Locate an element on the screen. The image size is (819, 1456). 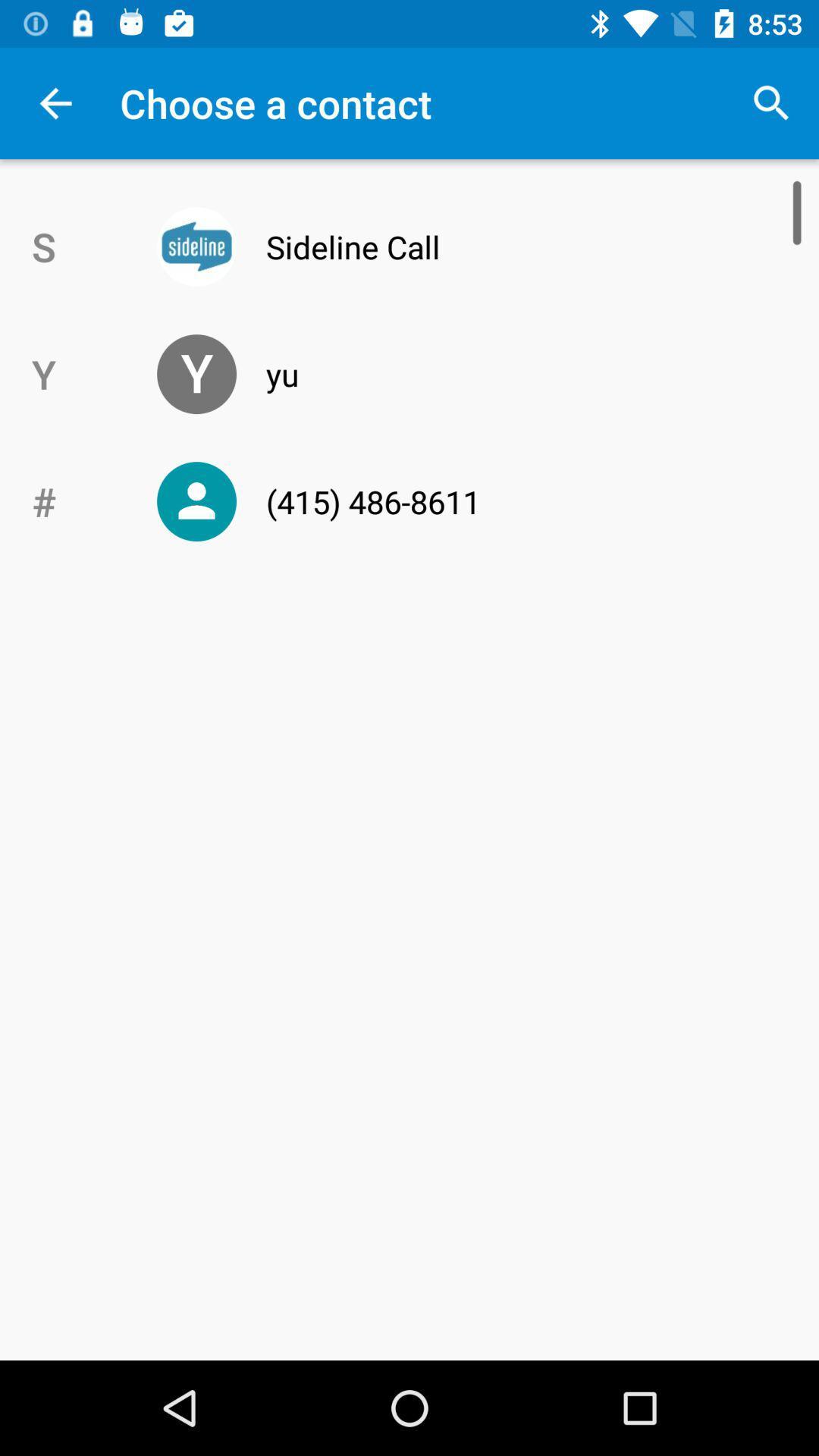
icon at the top right corner is located at coordinates (771, 102).